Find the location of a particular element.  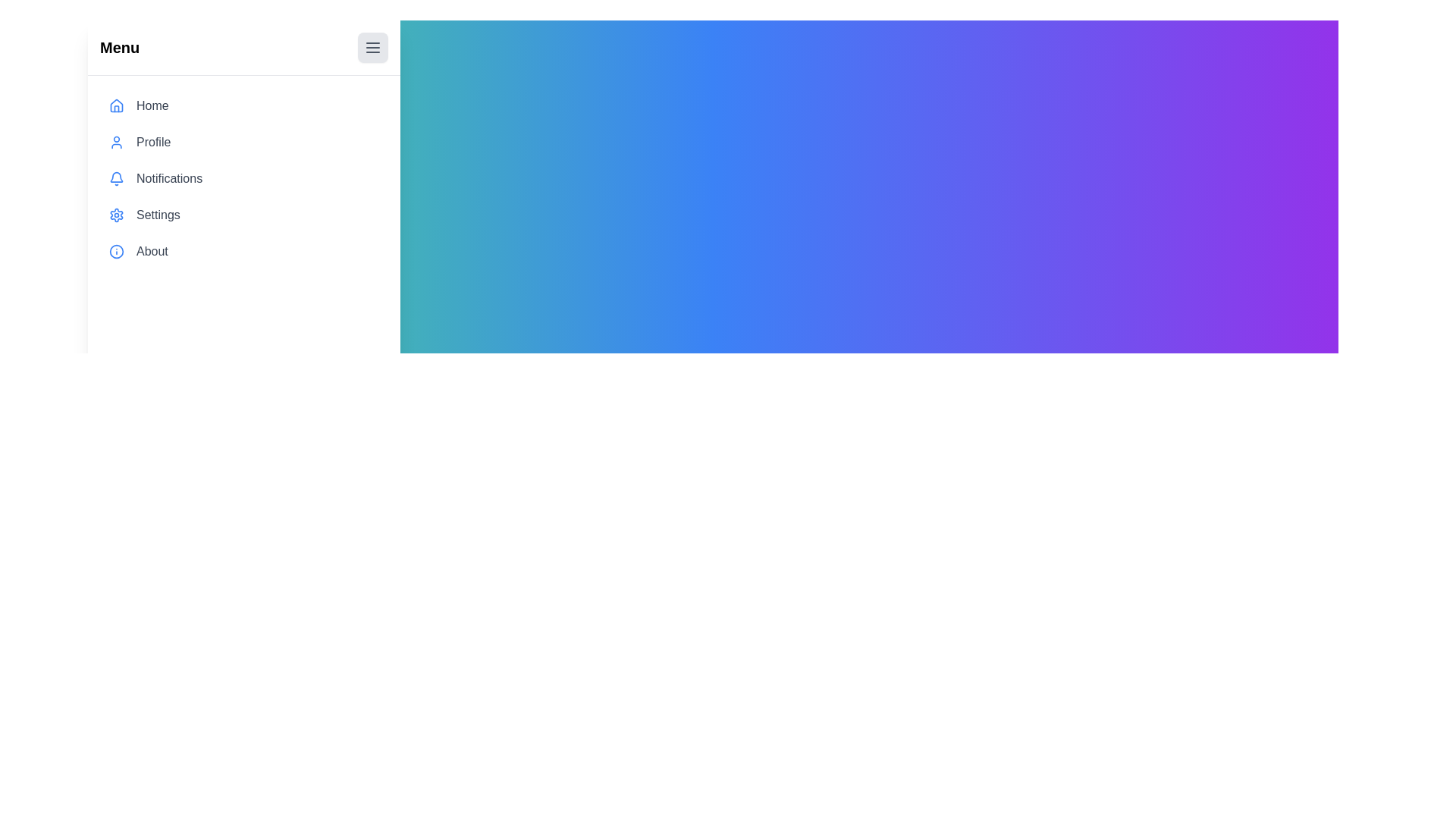

the menu item labeled Profile is located at coordinates (244, 143).